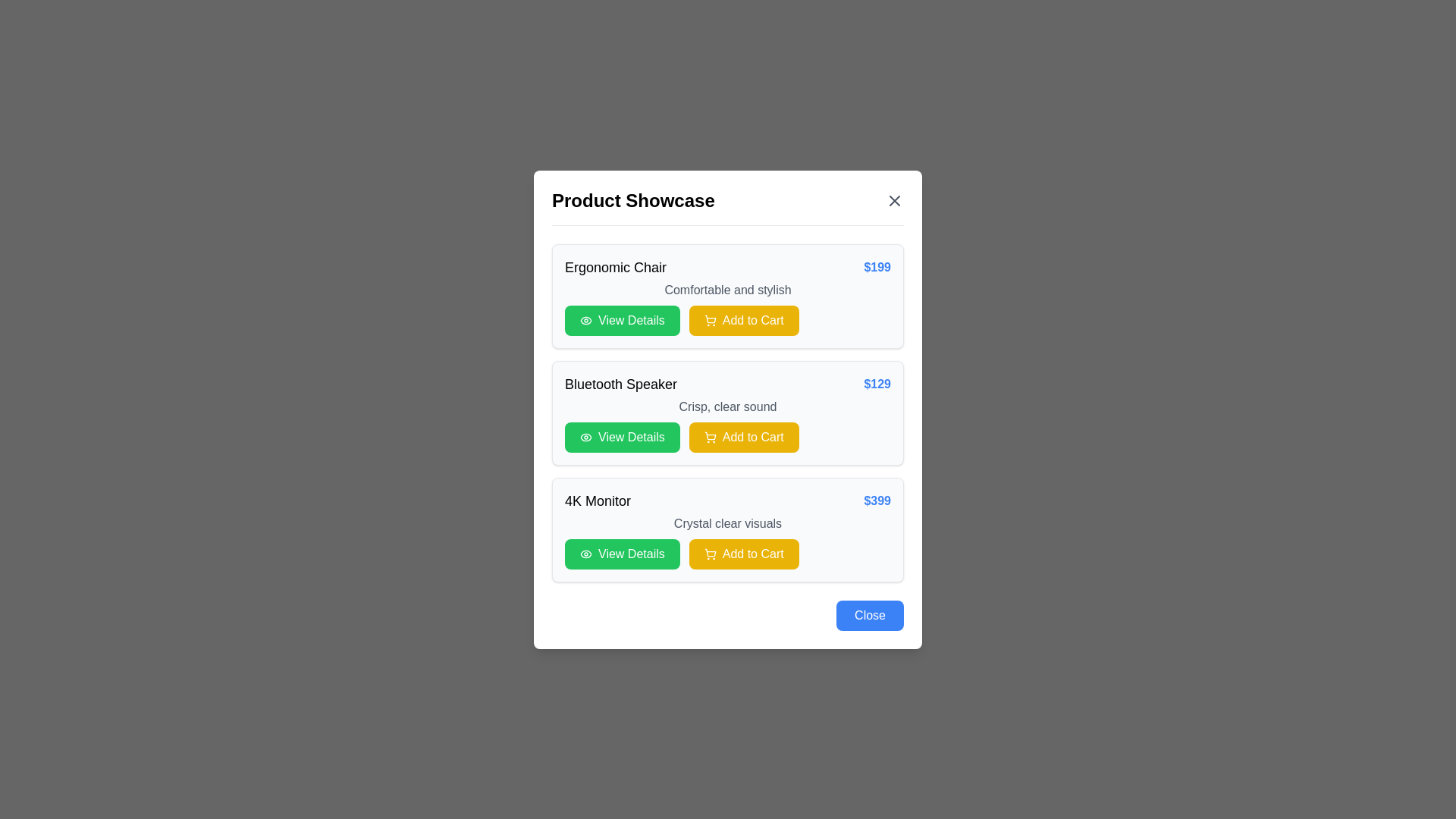 The image size is (1456, 819). Describe the element at coordinates (585, 319) in the screenshot. I see `the icon located to the left of the 'View Details' text label in the green button for the 'Bluetooth Speaker' product entry` at that location.